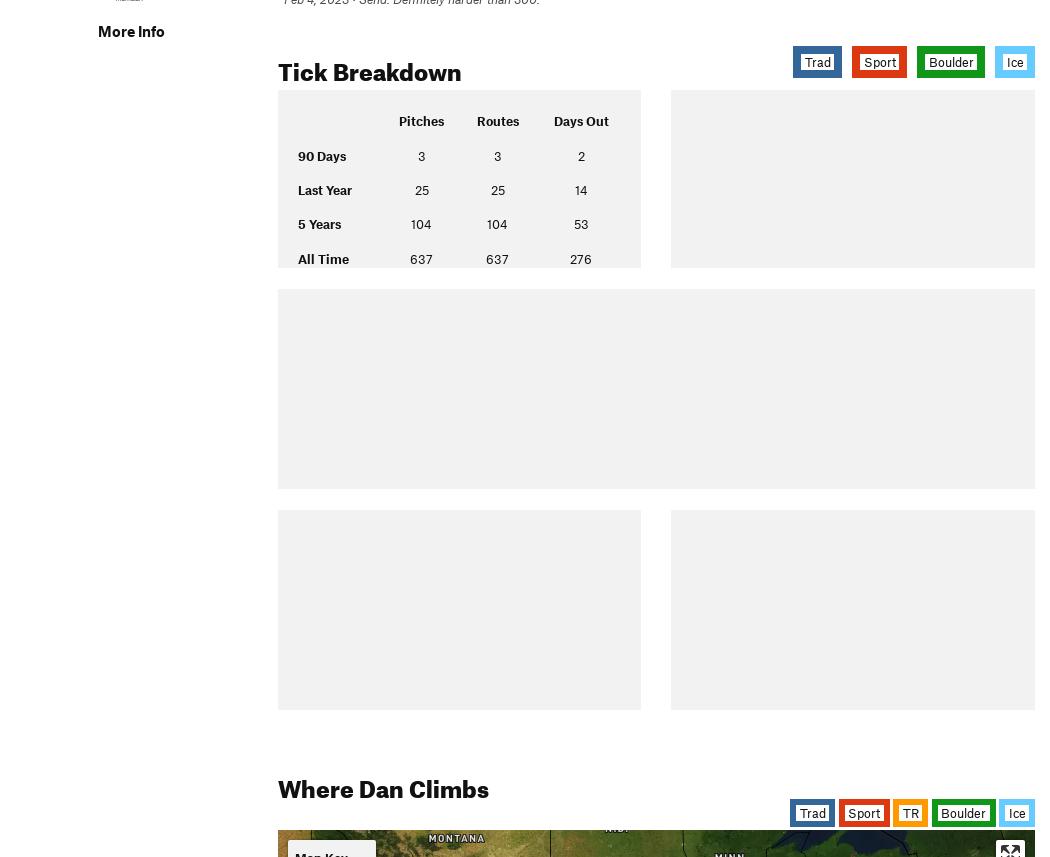 Image resolution: width=1050 pixels, height=857 pixels. Describe the element at coordinates (322, 258) in the screenshot. I see `'All Time'` at that location.